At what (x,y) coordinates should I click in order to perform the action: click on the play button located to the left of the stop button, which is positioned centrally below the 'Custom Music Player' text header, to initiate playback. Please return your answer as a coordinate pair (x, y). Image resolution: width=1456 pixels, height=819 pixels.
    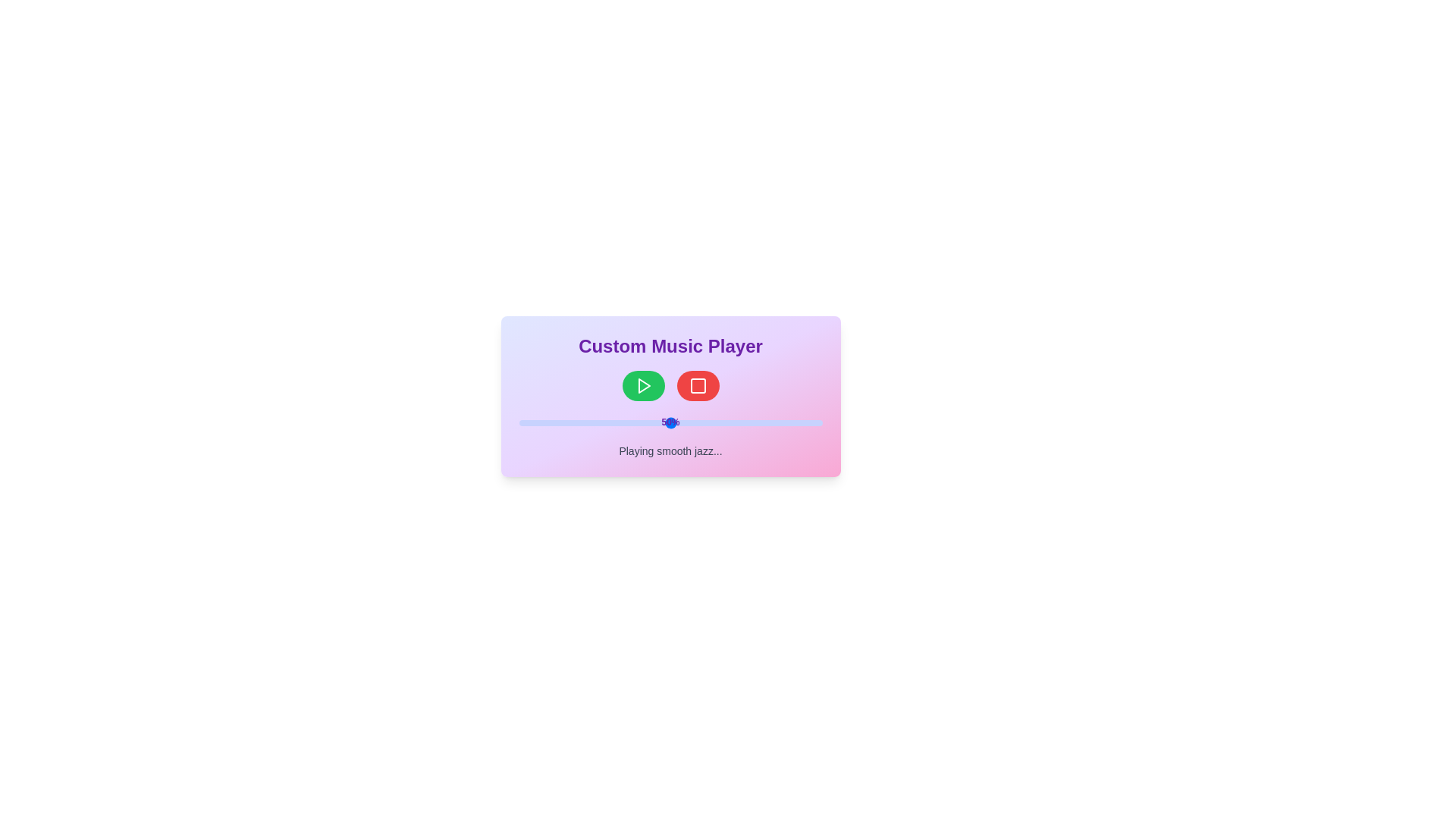
    Looking at the image, I should click on (643, 385).